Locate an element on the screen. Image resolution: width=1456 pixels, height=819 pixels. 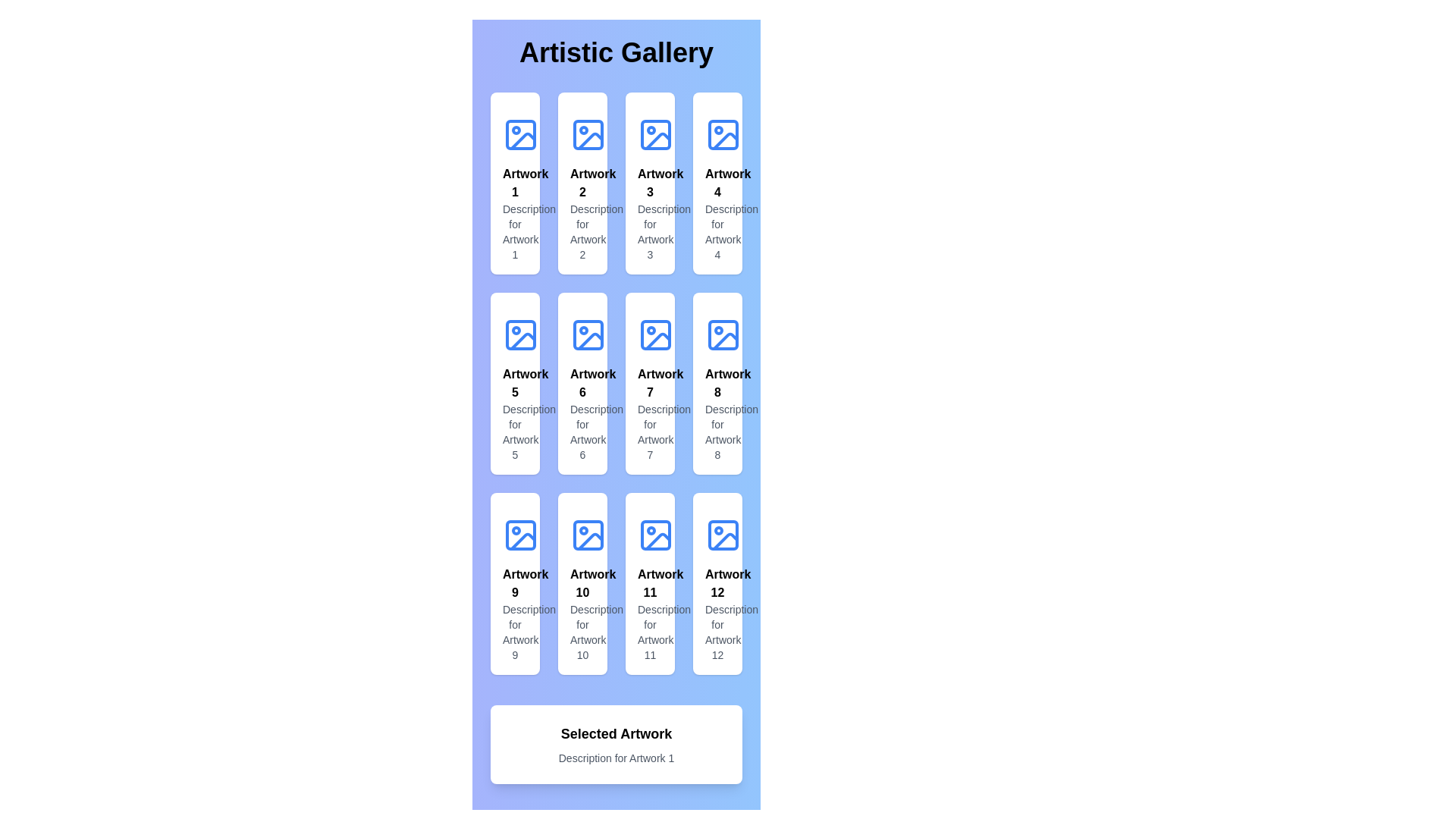
the fourth artwork card in the gallery is located at coordinates (717, 183).